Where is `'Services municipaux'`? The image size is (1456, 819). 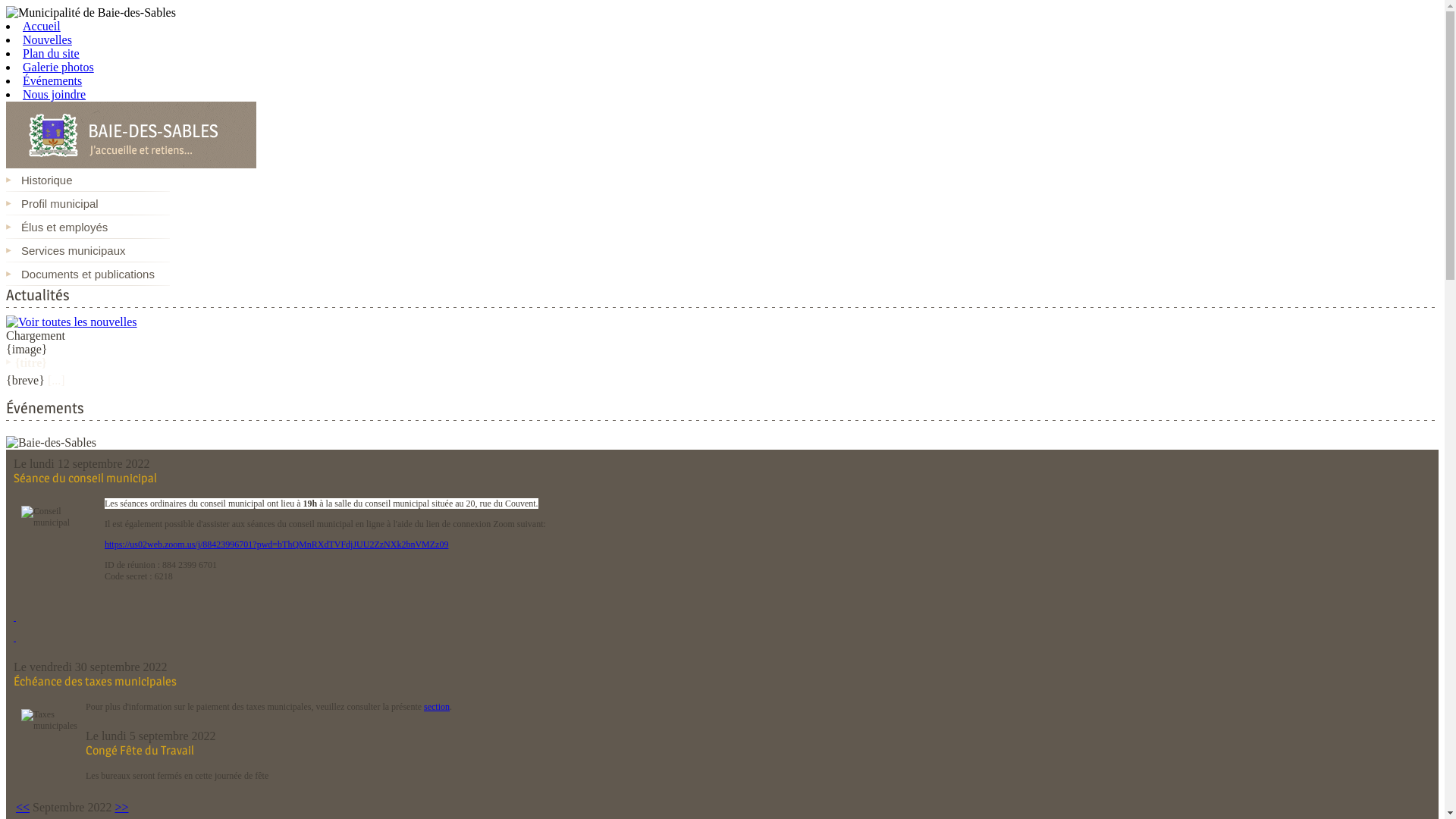
'Services municipaux' is located at coordinates (6, 249).